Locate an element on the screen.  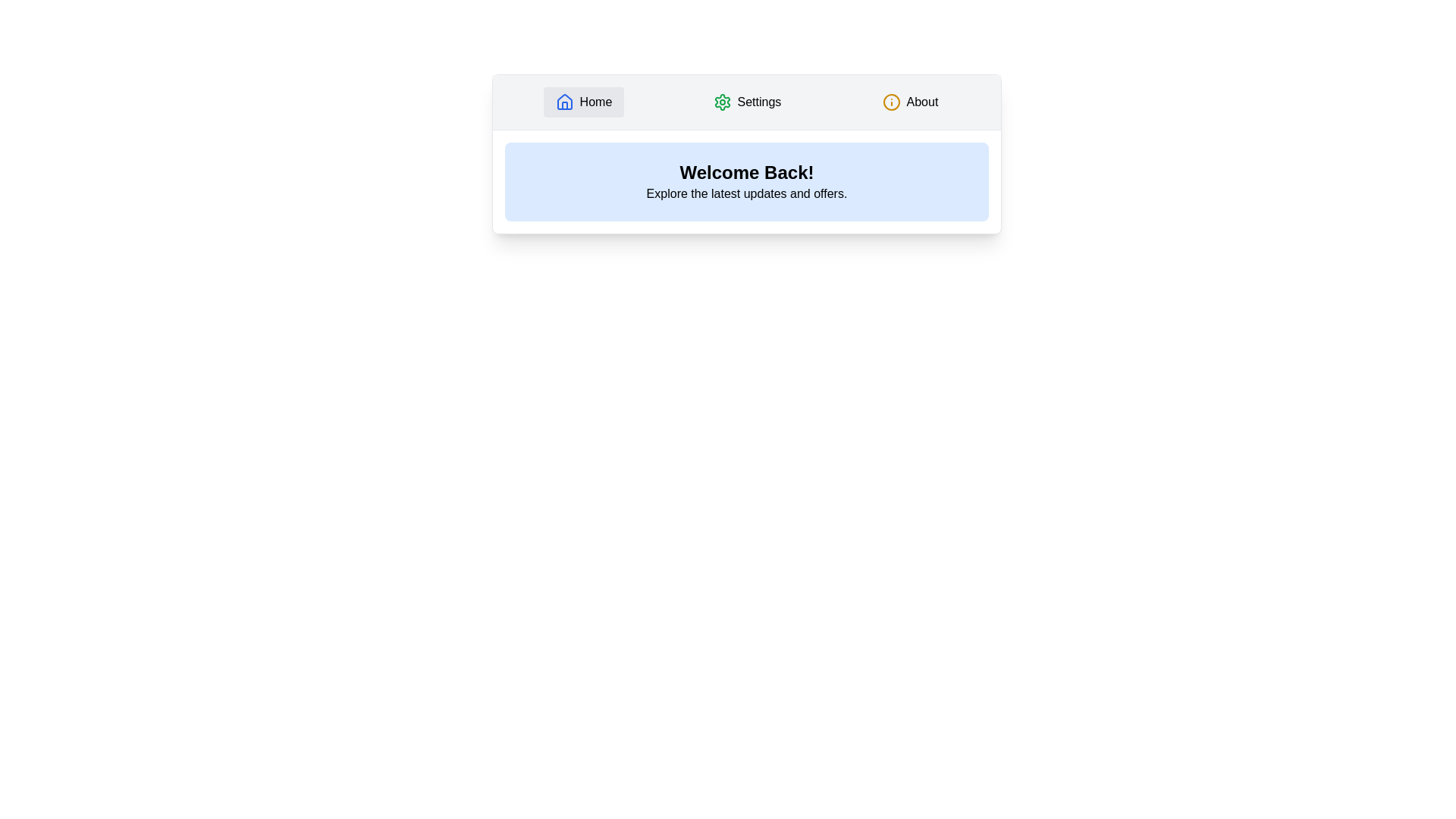
the Home tab to view its content is located at coordinates (582, 102).